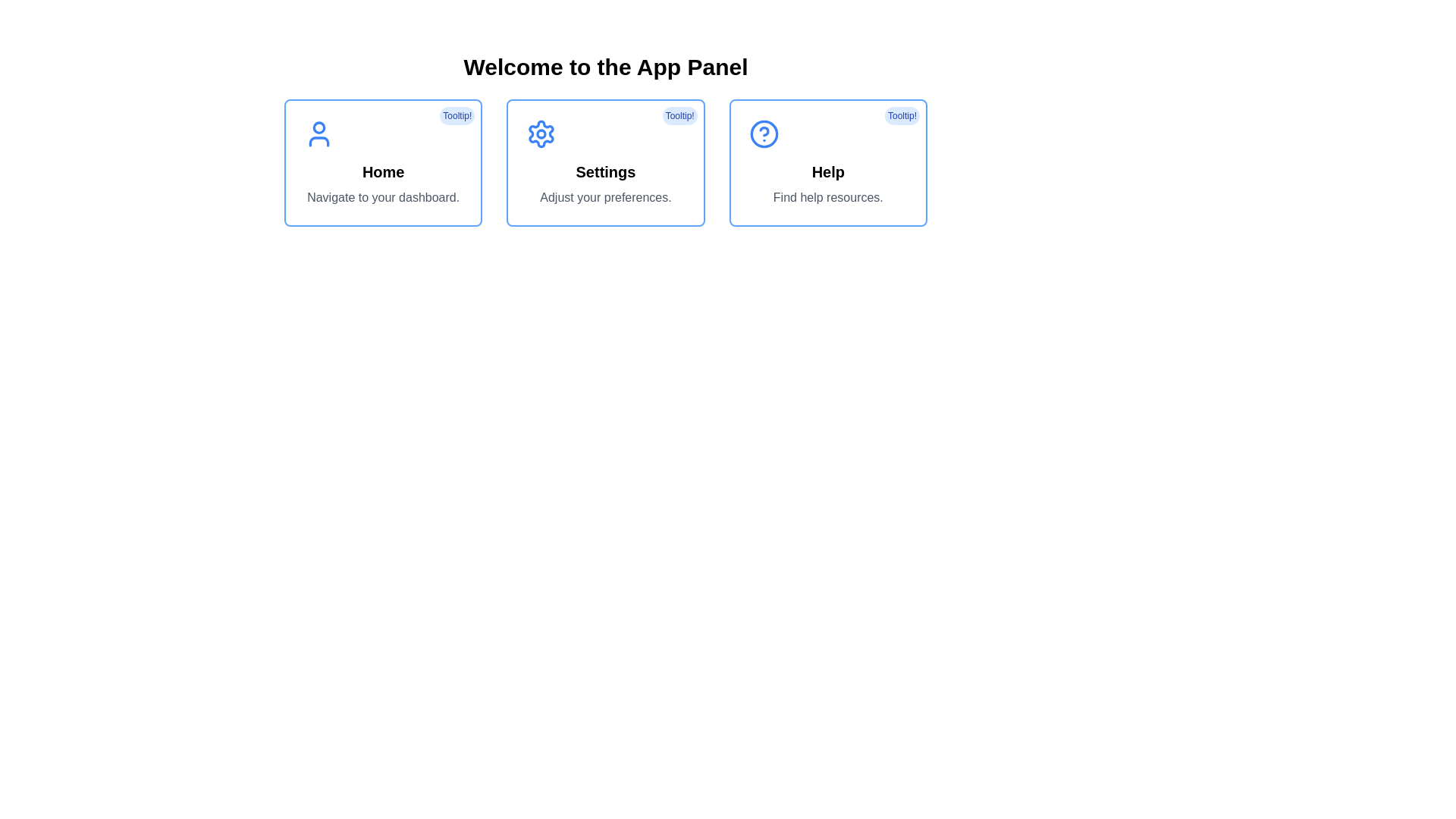 The width and height of the screenshot is (1456, 819). Describe the element at coordinates (318, 141) in the screenshot. I see `the lower part of the 'user' icon located centrally within the 'Home' panel, the first panel from the left in the top row of the interface` at that location.